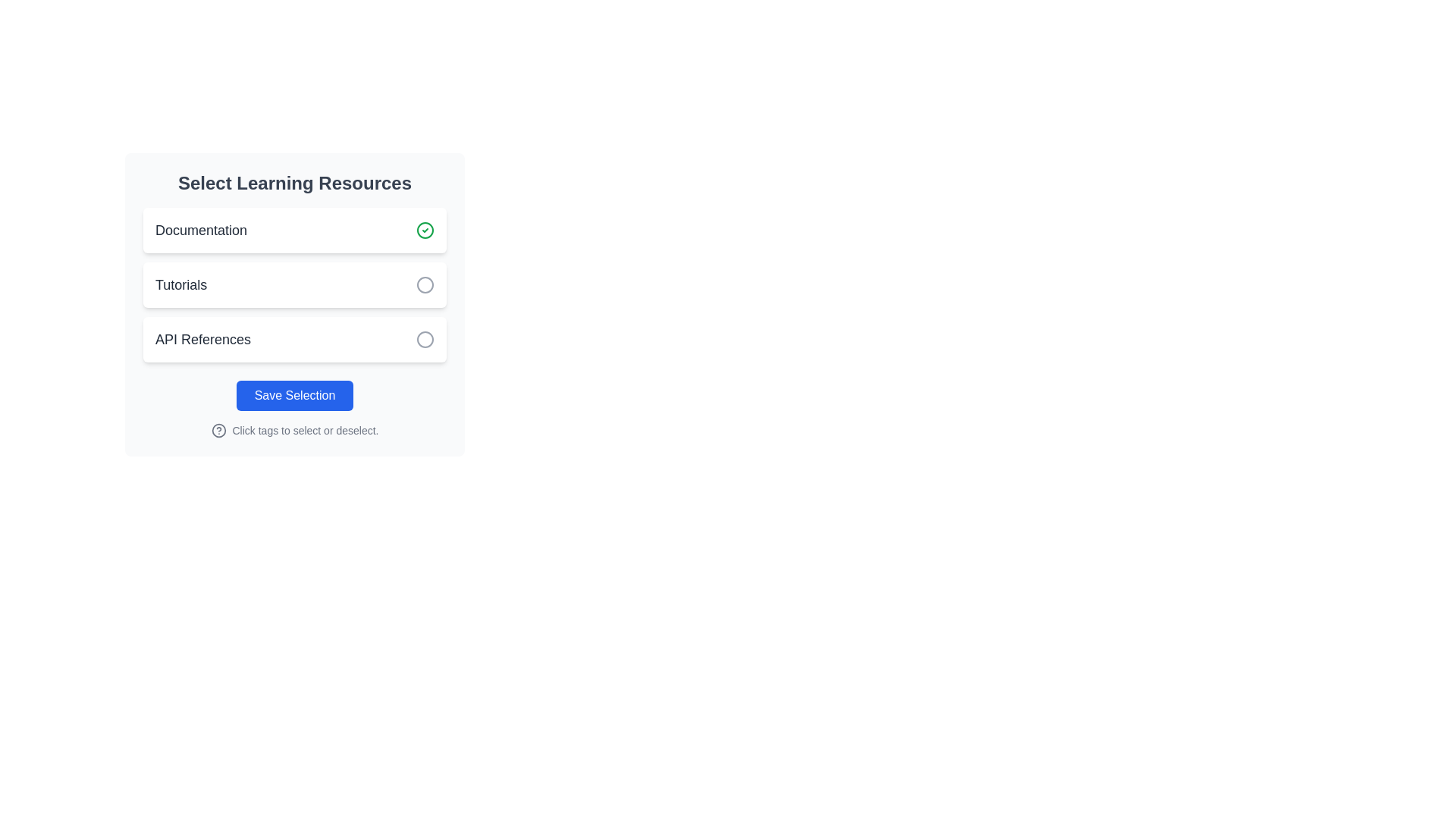 The image size is (1456, 819). What do you see at coordinates (425, 231) in the screenshot?
I see `the SVG circle element that represents the circular component of the check icon next to the 'Documentation' option` at bounding box center [425, 231].